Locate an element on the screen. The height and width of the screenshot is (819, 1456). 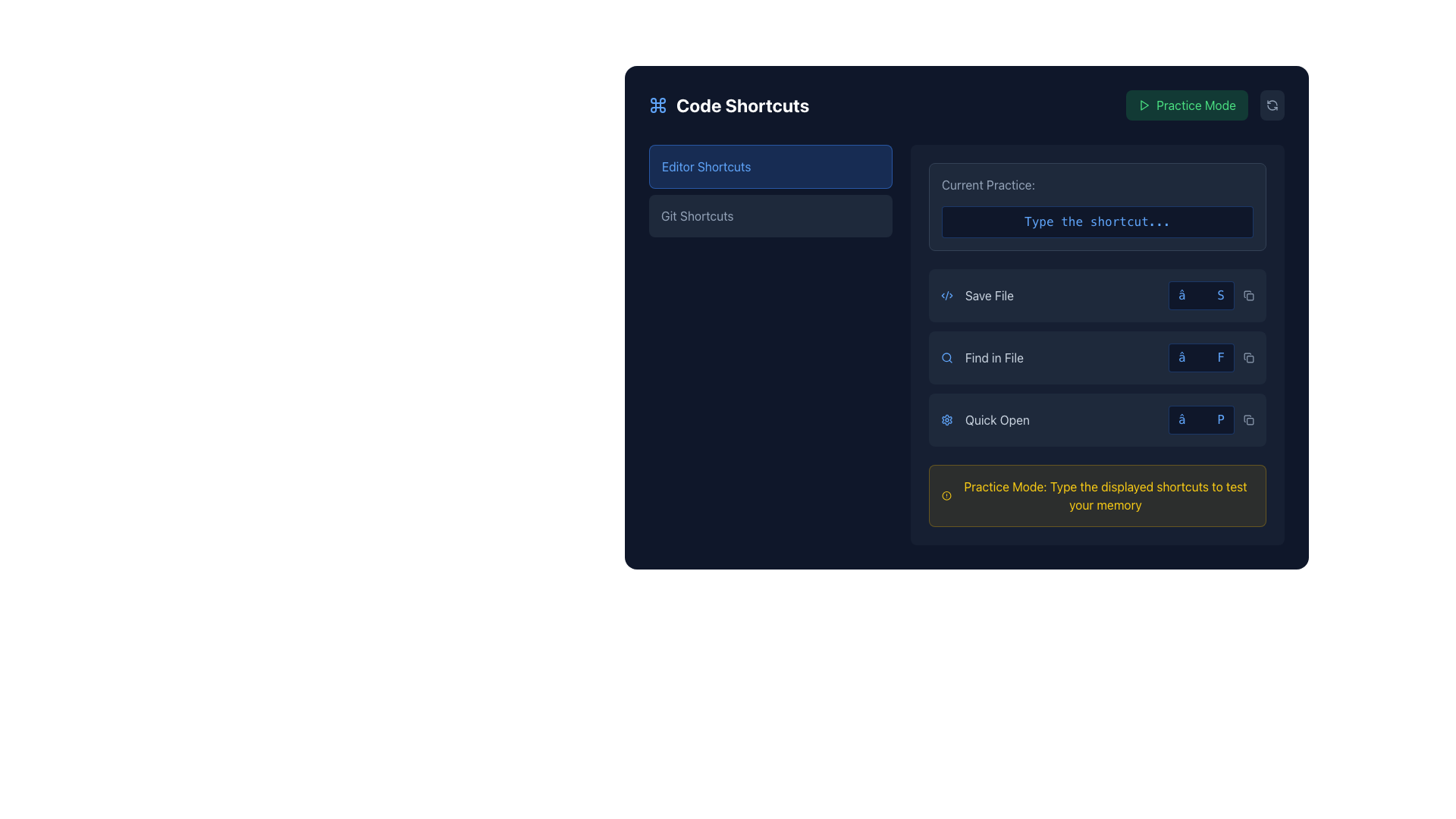
the 'Quick Open' button-like shortcut menu item for keyboard interactions is located at coordinates (1097, 420).